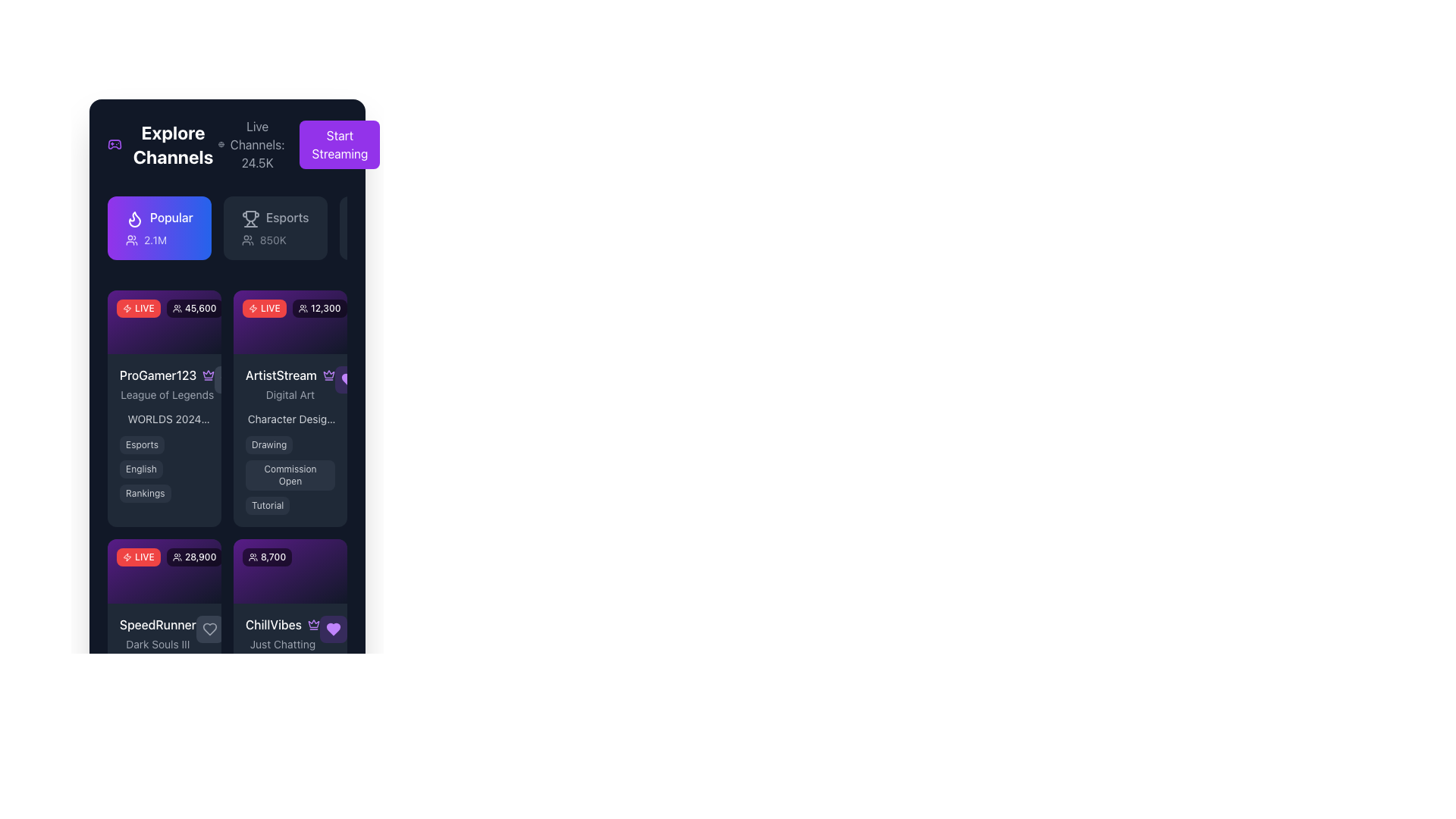 This screenshot has height=819, width=1456. I want to click on the title 'ArtistStream' in white font, so click(290, 383).